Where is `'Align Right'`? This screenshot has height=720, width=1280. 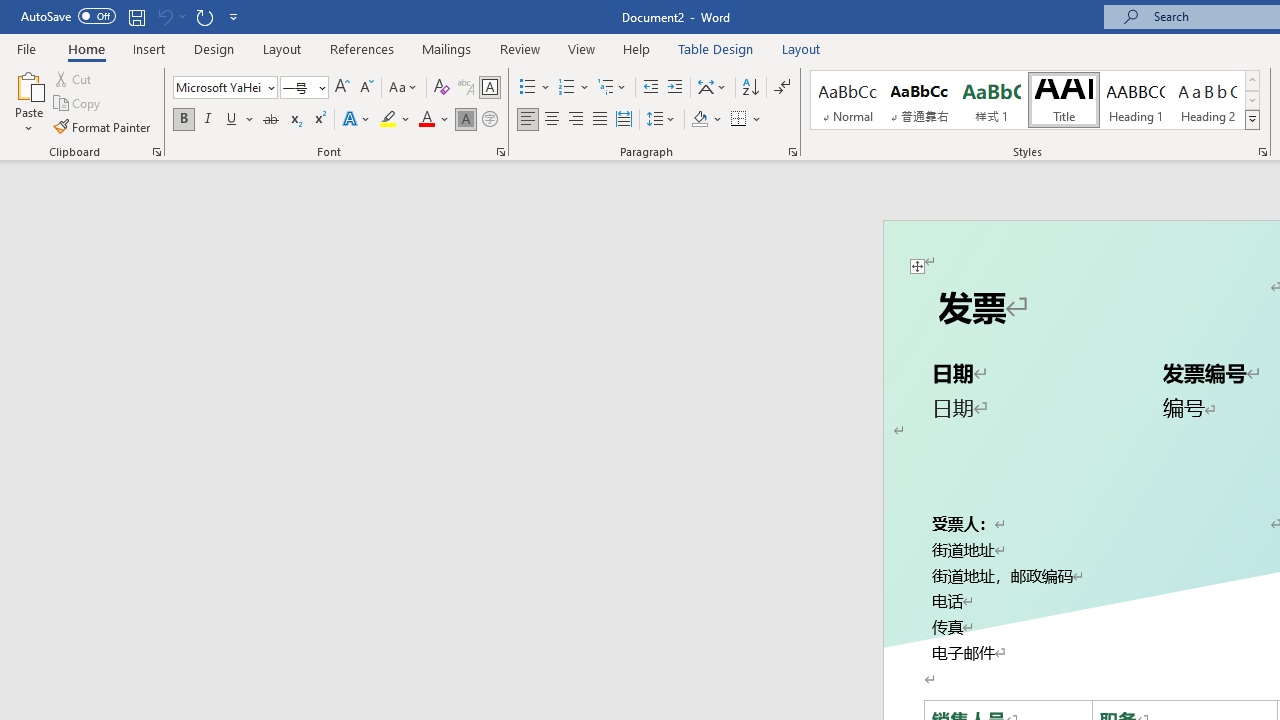
'Align Right' is located at coordinates (575, 119).